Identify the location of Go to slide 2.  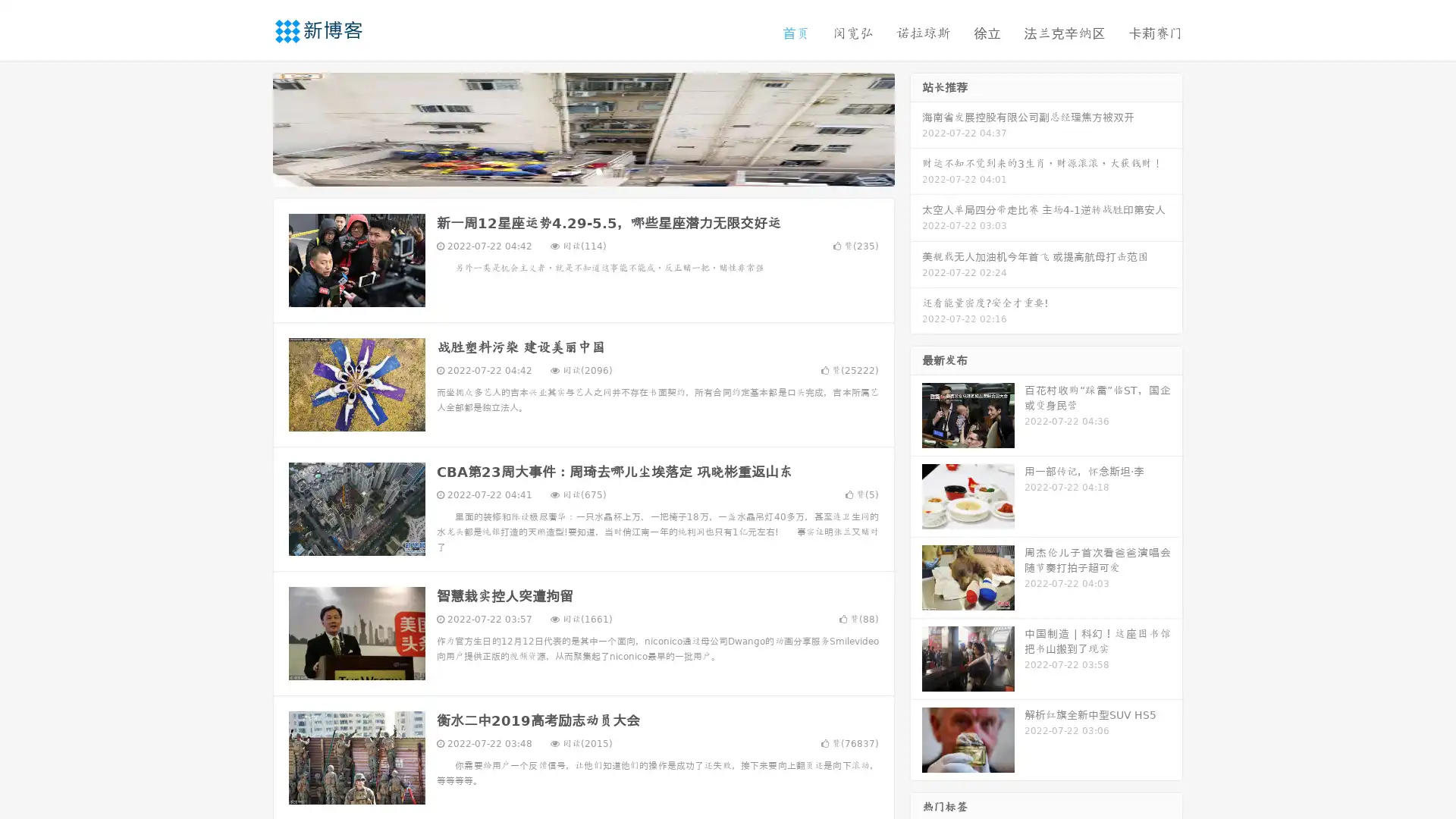
(582, 171).